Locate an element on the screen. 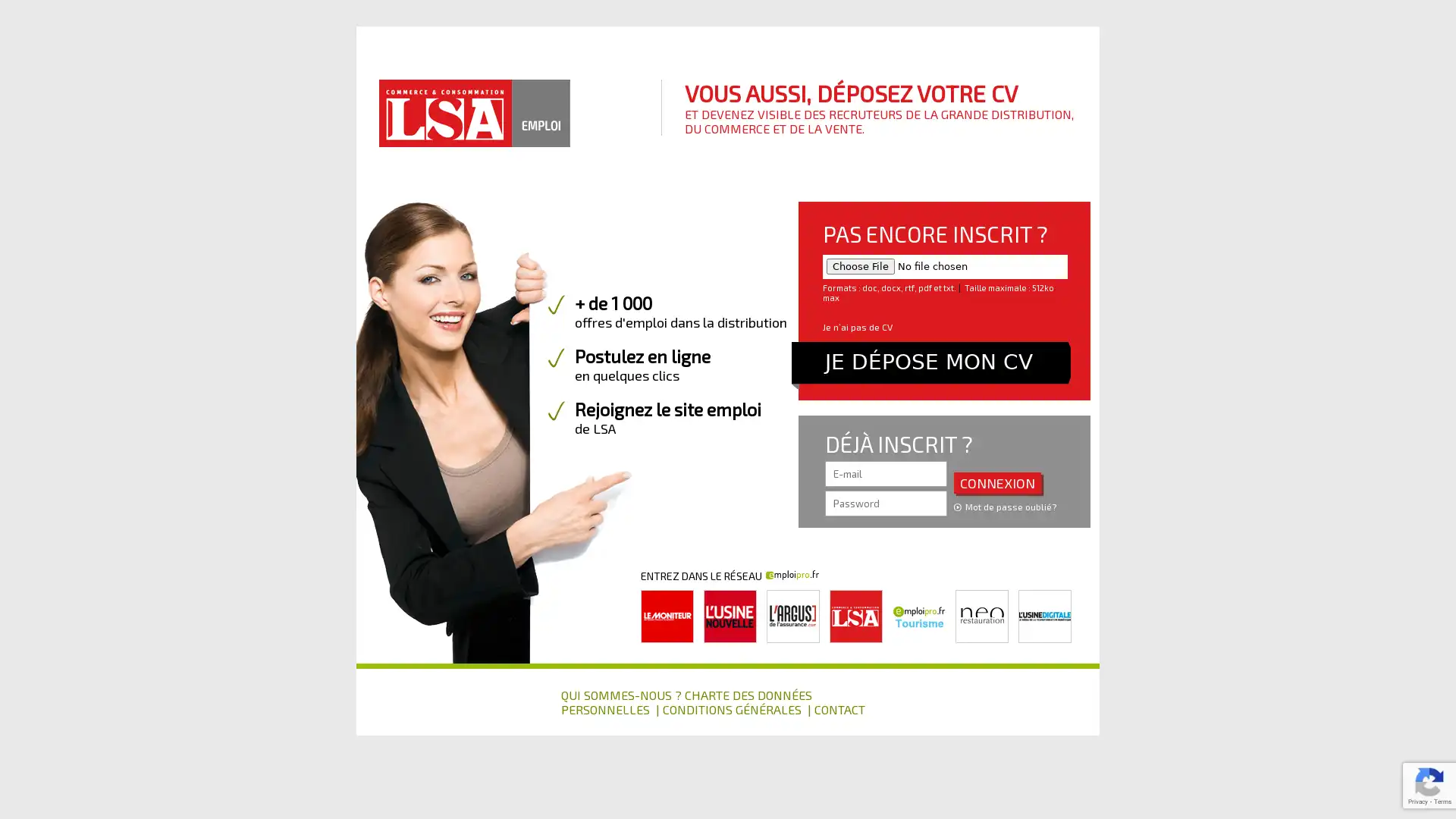 The height and width of the screenshot is (819, 1456). CONNEXION is located at coordinates (996, 482).